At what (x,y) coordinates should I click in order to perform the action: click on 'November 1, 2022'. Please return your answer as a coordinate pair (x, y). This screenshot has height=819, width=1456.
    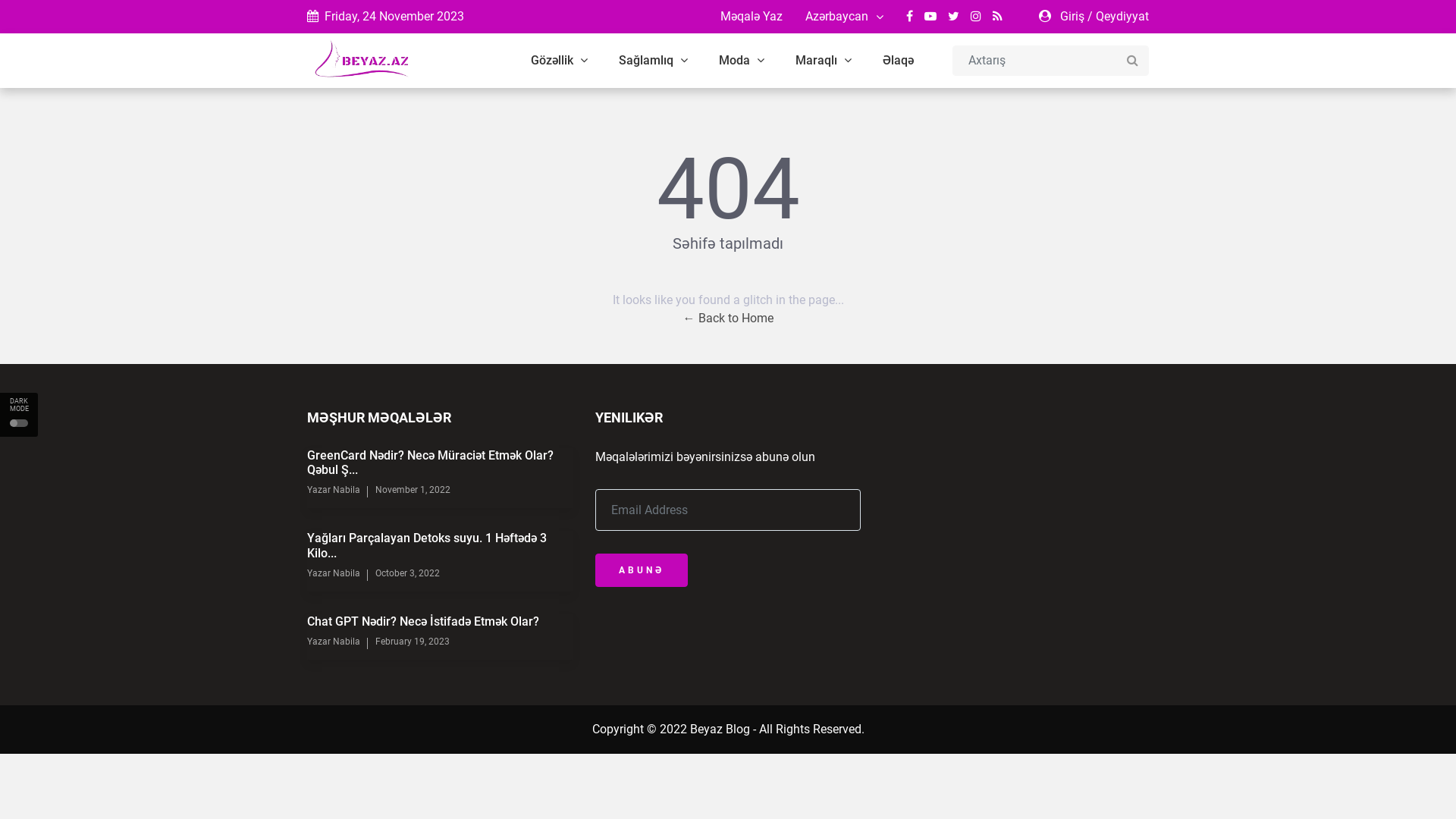
    Looking at the image, I should click on (413, 489).